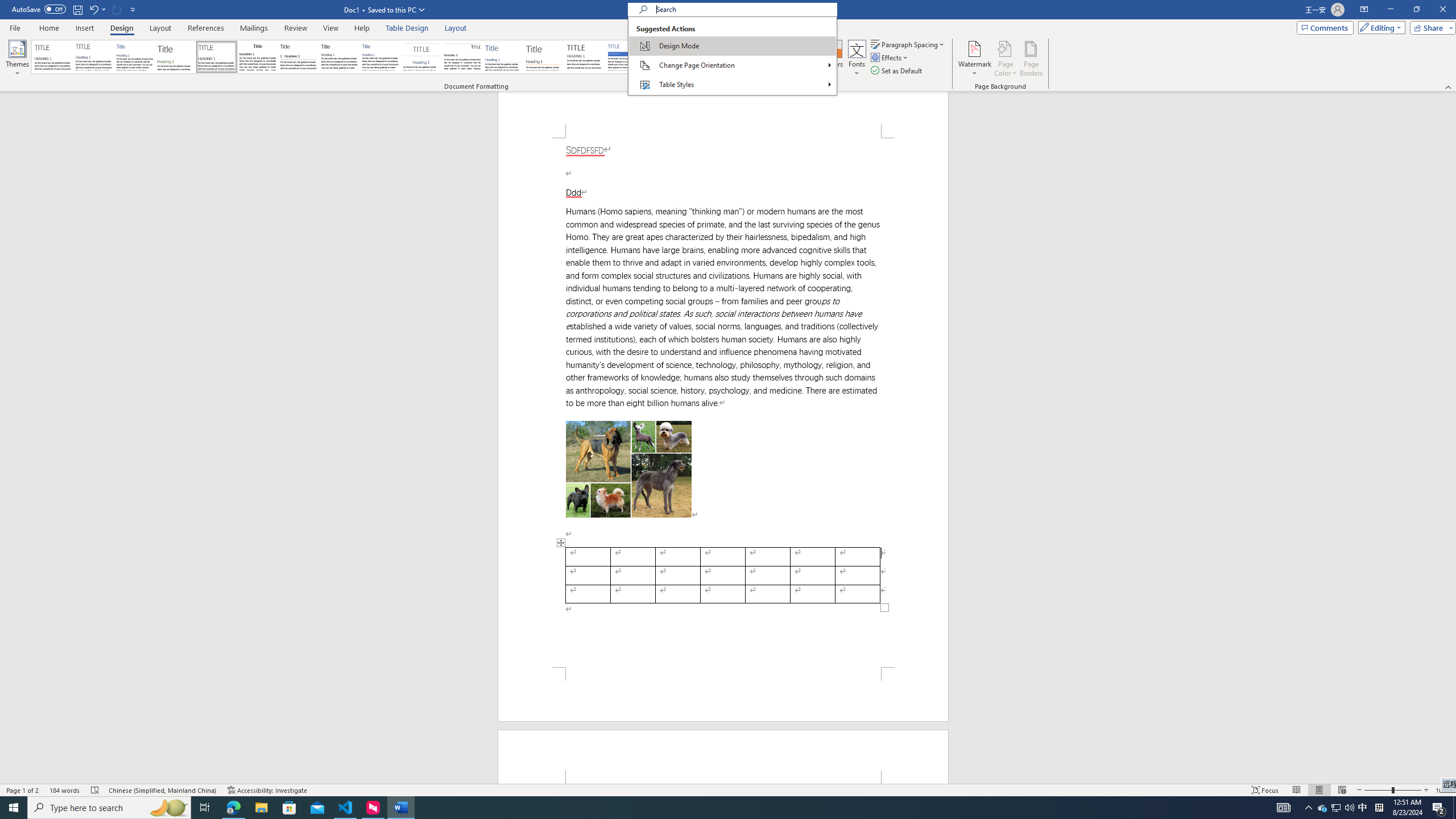 The image size is (1456, 819). Describe the element at coordinates (117, 9) in the screenshot. I see `'Can'` at that location.